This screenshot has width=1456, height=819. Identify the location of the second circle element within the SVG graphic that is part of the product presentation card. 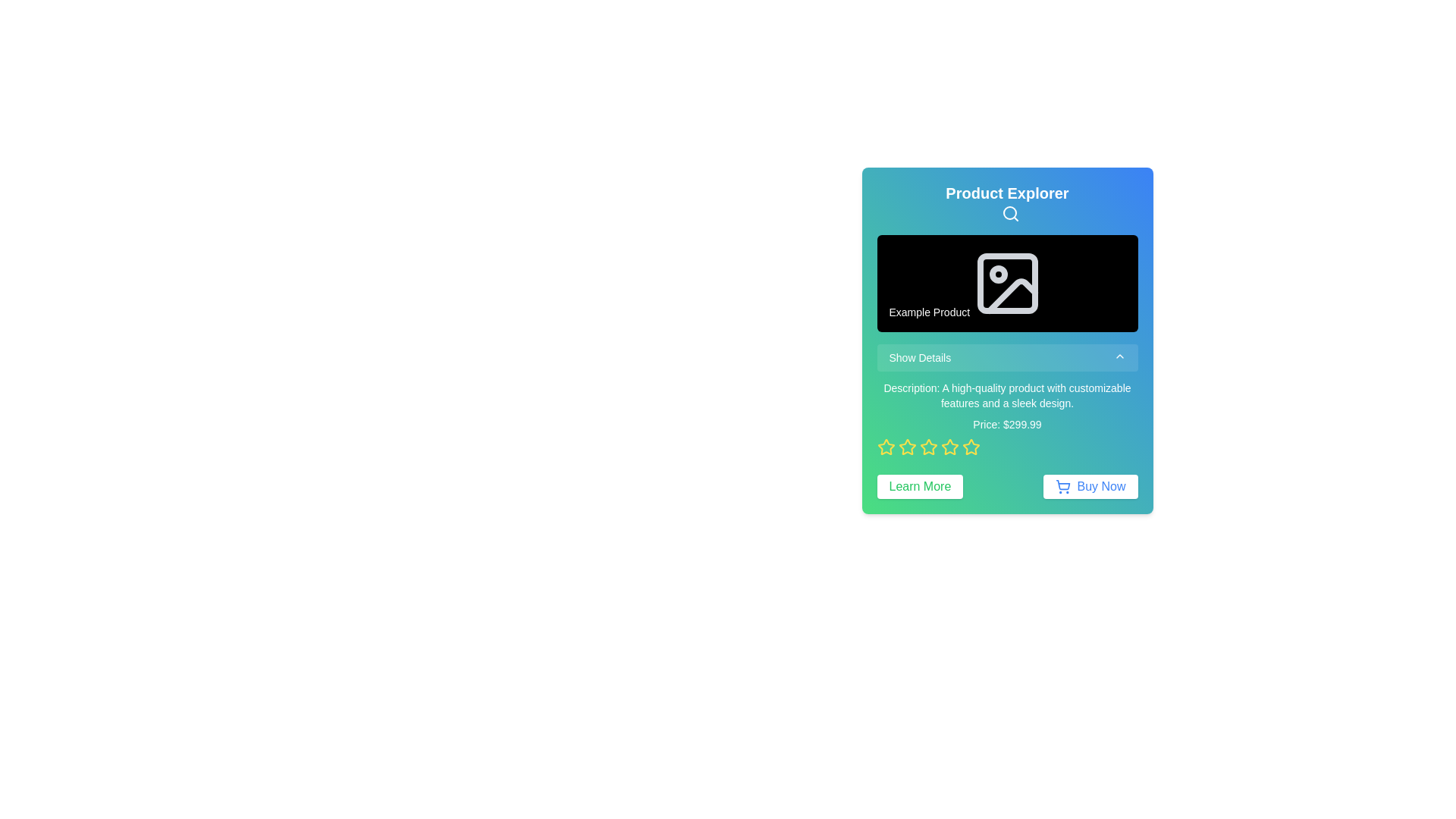
(998, 274).